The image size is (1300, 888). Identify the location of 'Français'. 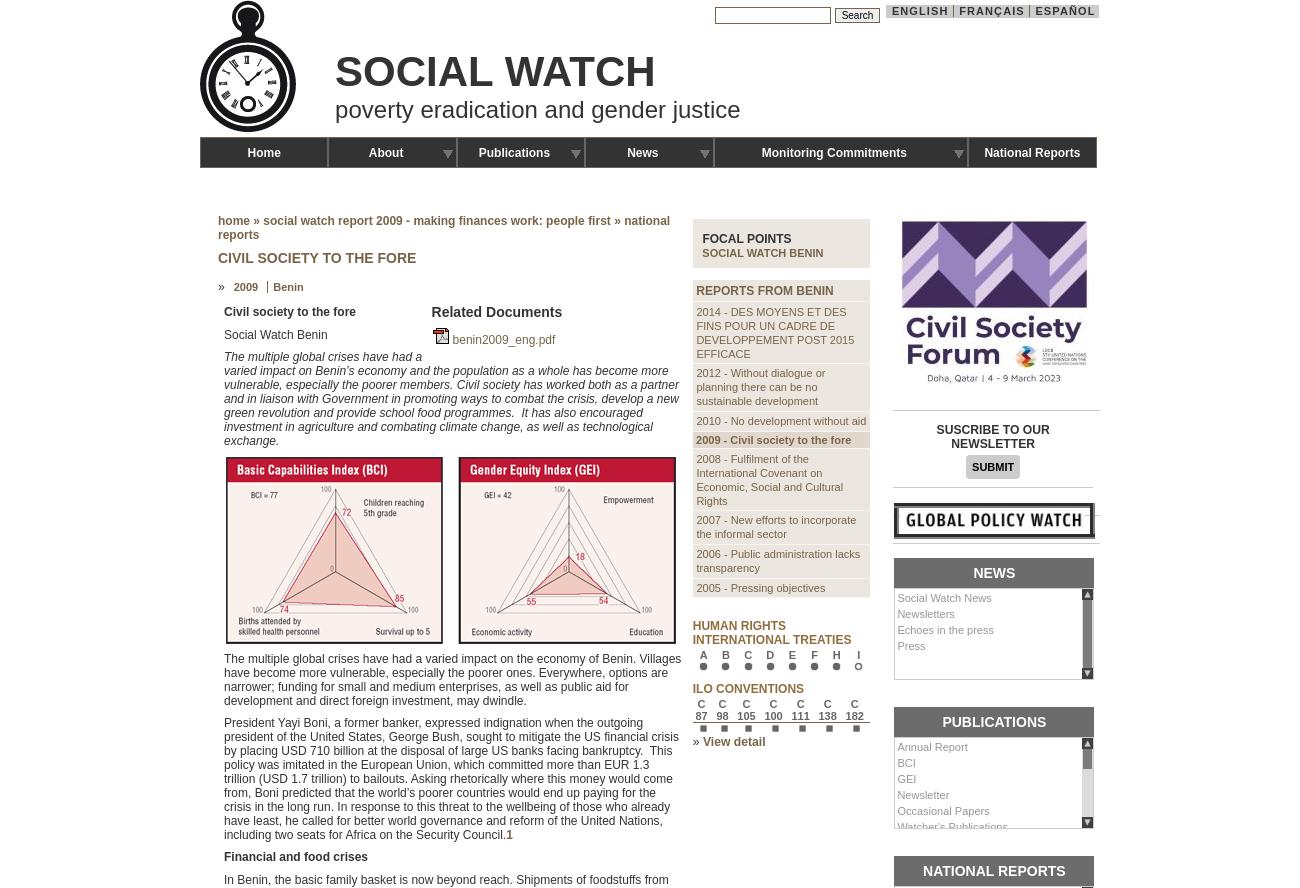
(959, 10).